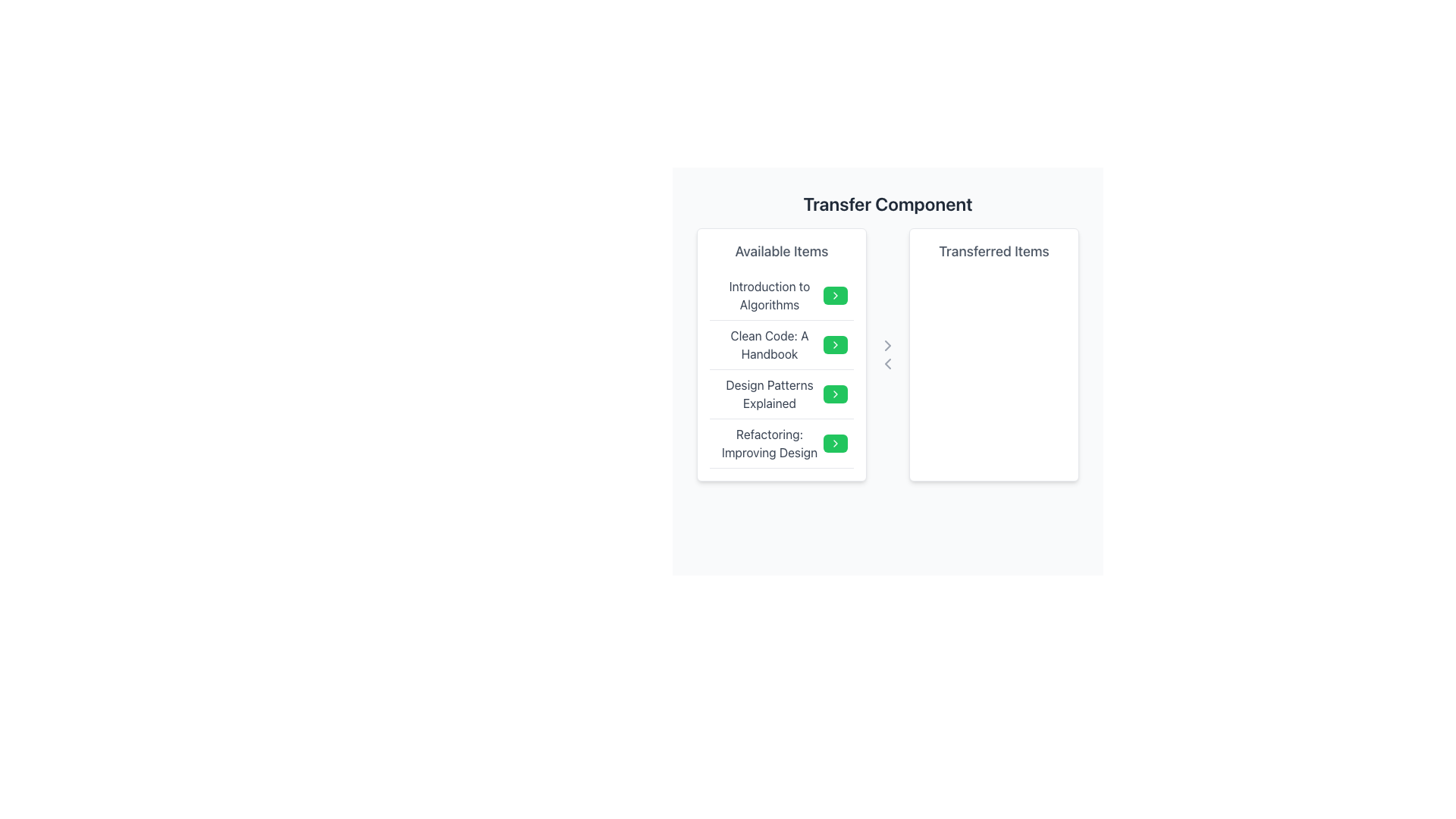  Describe the element at coordinates (888, 363) in the screenshot. I see `the second icon in the vertical stack that initiates the transfer of selected items from the 'Transferred Items' section back to the 'Available Items' section` at that location.